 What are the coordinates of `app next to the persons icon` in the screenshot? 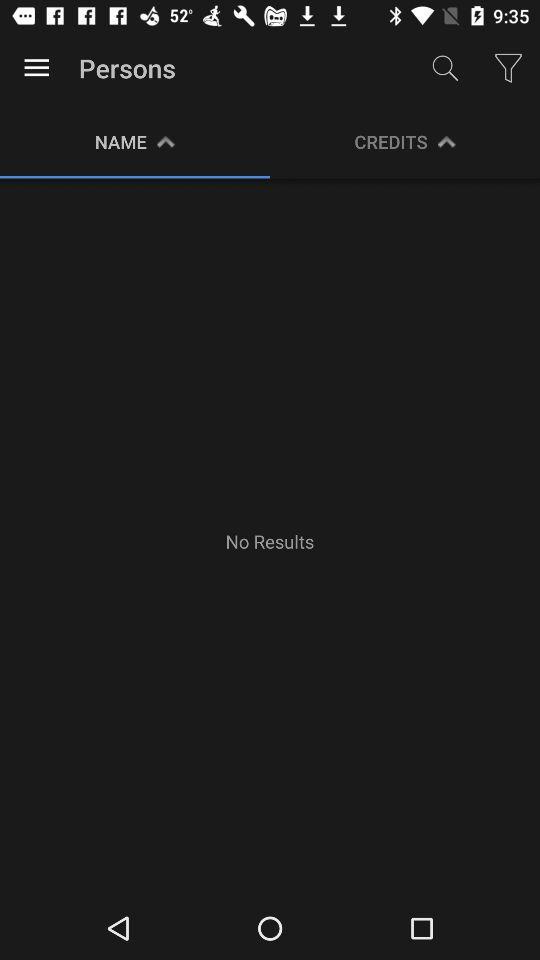 It's located at (36, 68).